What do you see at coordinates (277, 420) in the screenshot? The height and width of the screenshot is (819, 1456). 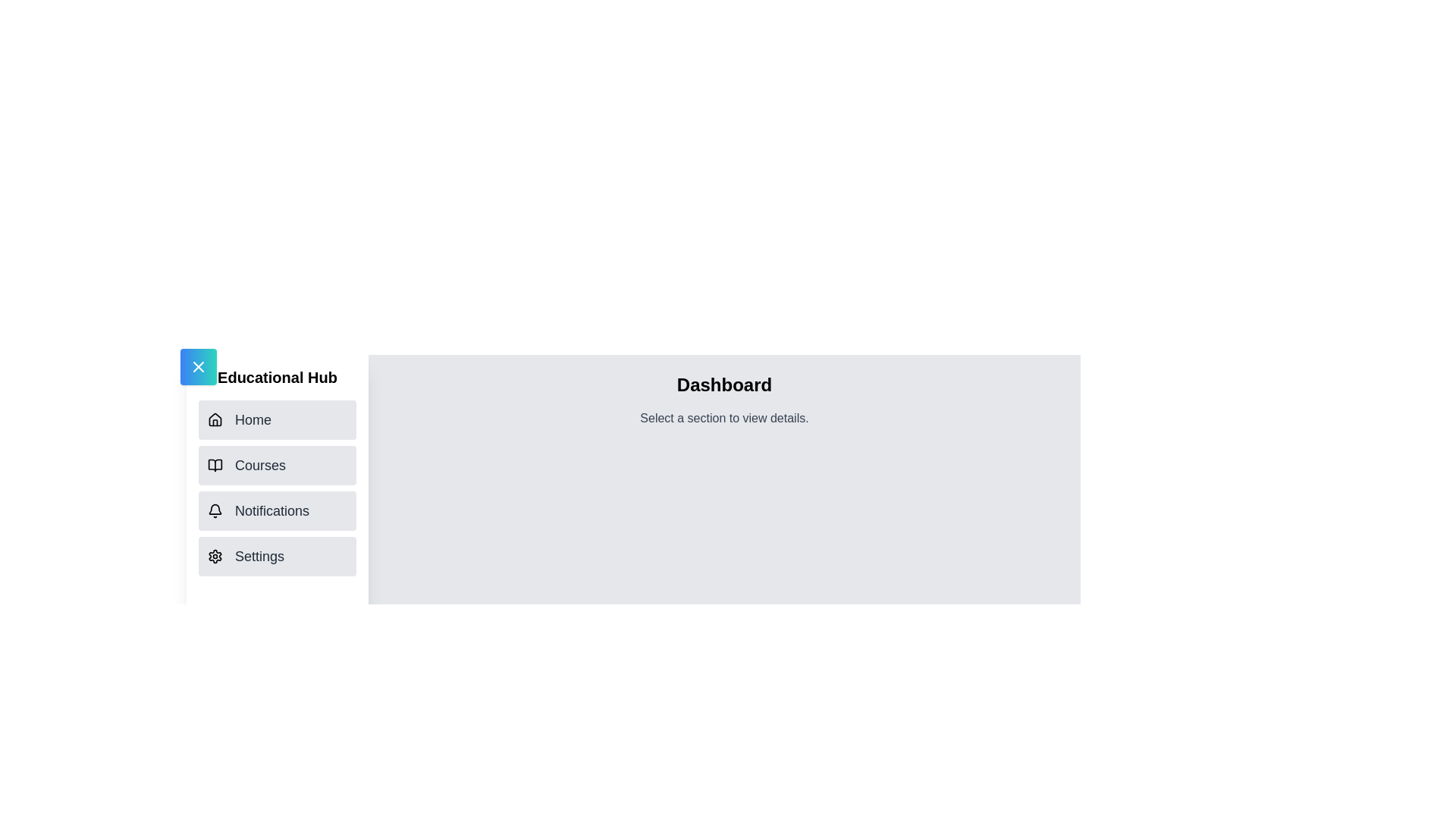 I see `the section Home from the navigation list` at bounding box center [277, 420].